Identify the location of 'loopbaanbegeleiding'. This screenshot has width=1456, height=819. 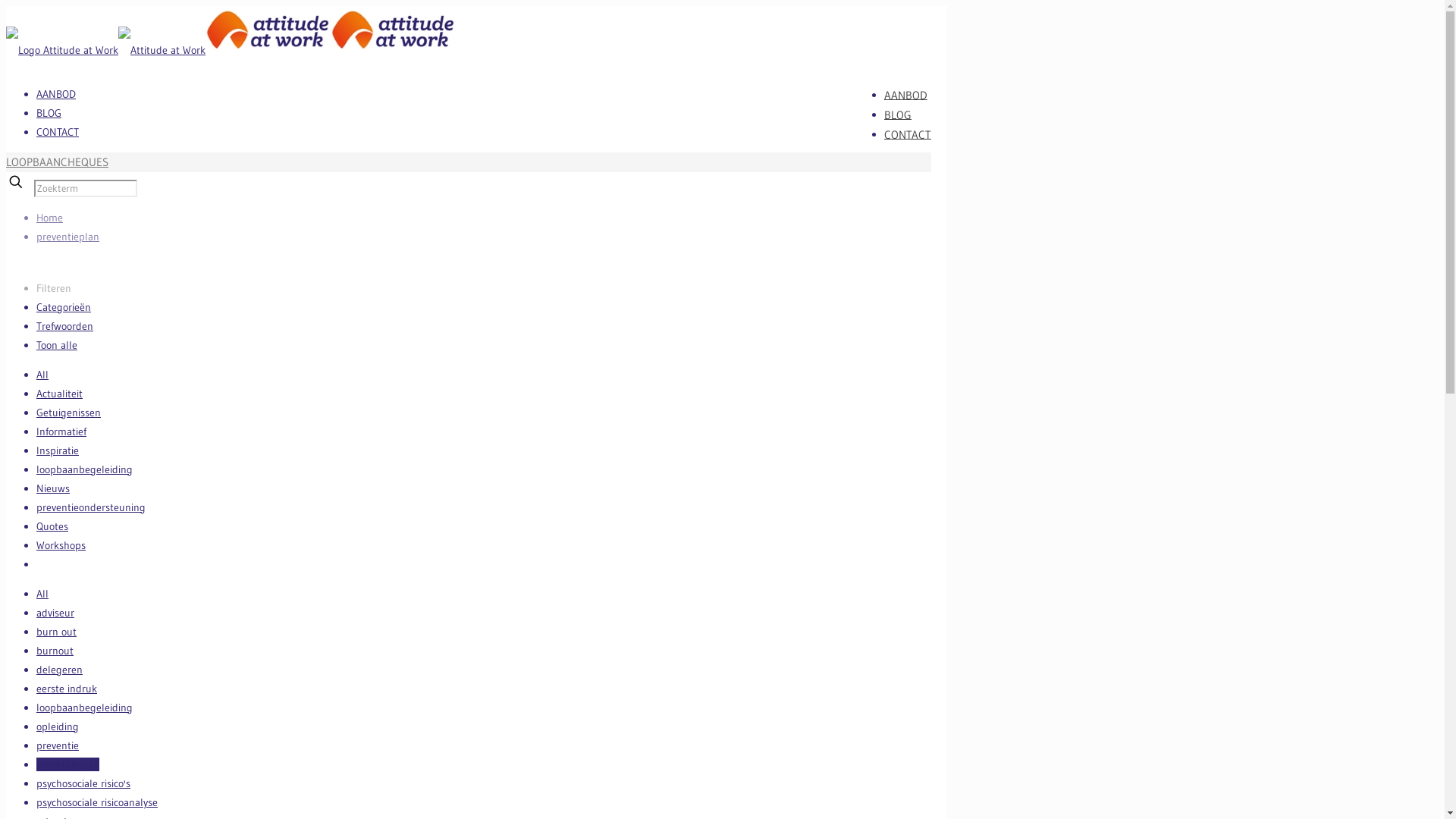
(83, 468).